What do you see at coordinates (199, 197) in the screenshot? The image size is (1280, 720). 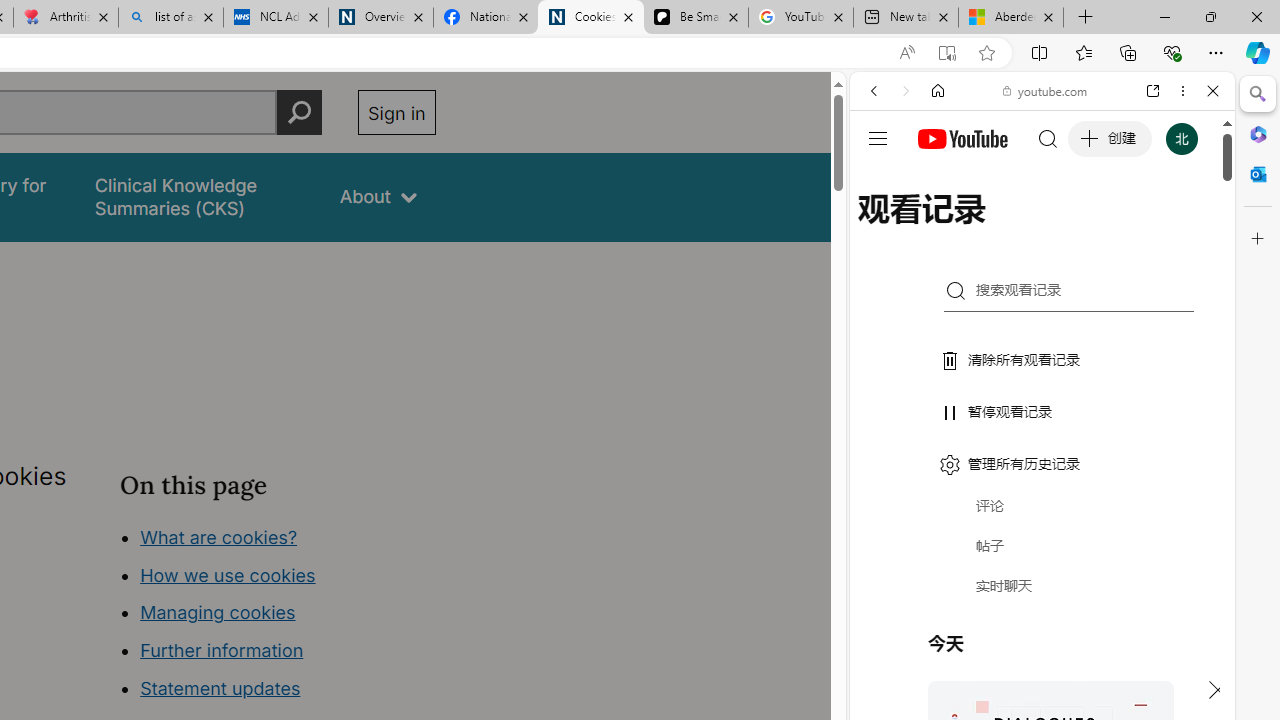 I see `'false'` at bounding box center [199, 197].